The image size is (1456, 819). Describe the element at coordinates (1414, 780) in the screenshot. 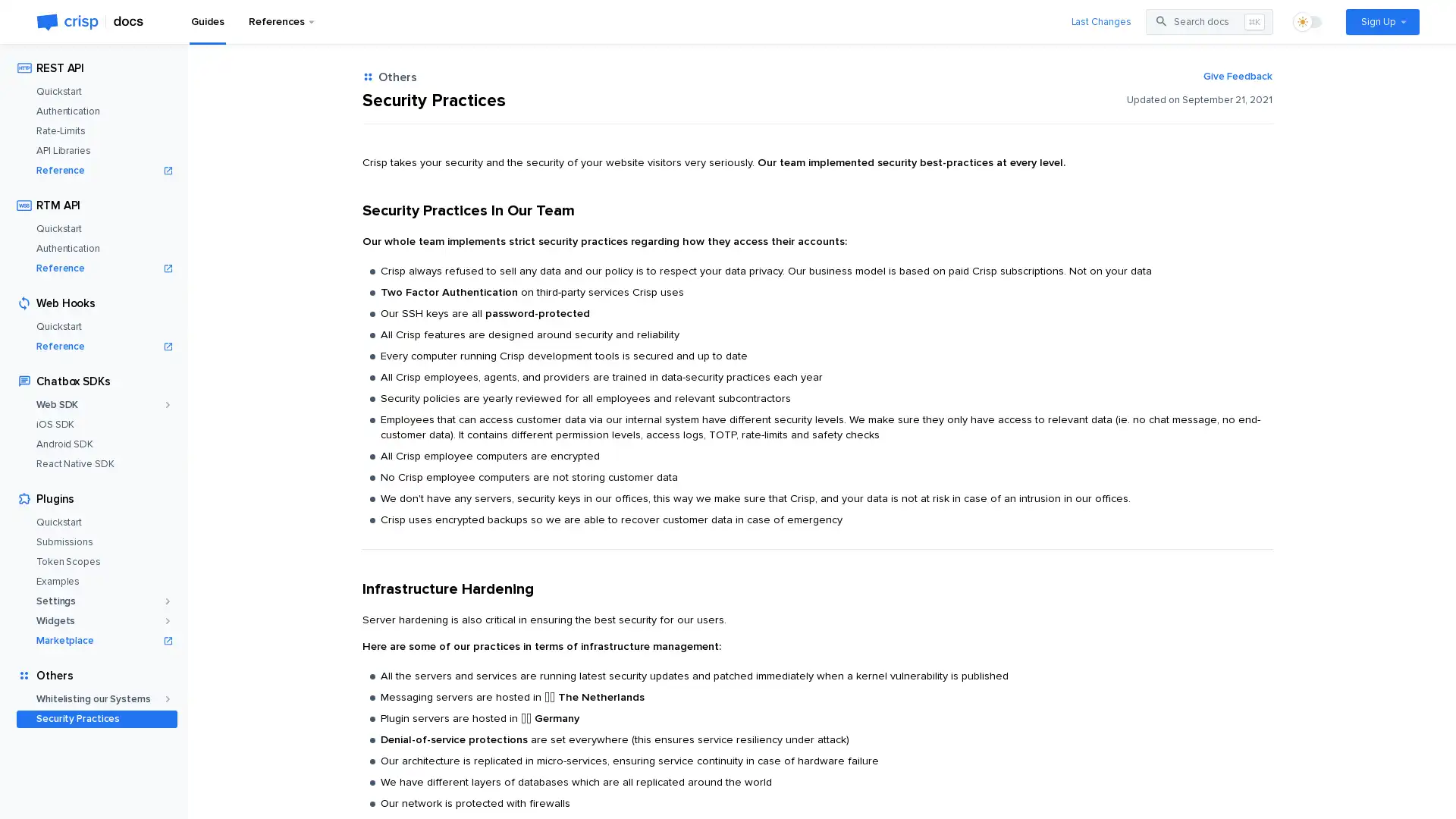

I see `Questions? Chat with us! Support is online. Chat with Crisp Team` at that location.